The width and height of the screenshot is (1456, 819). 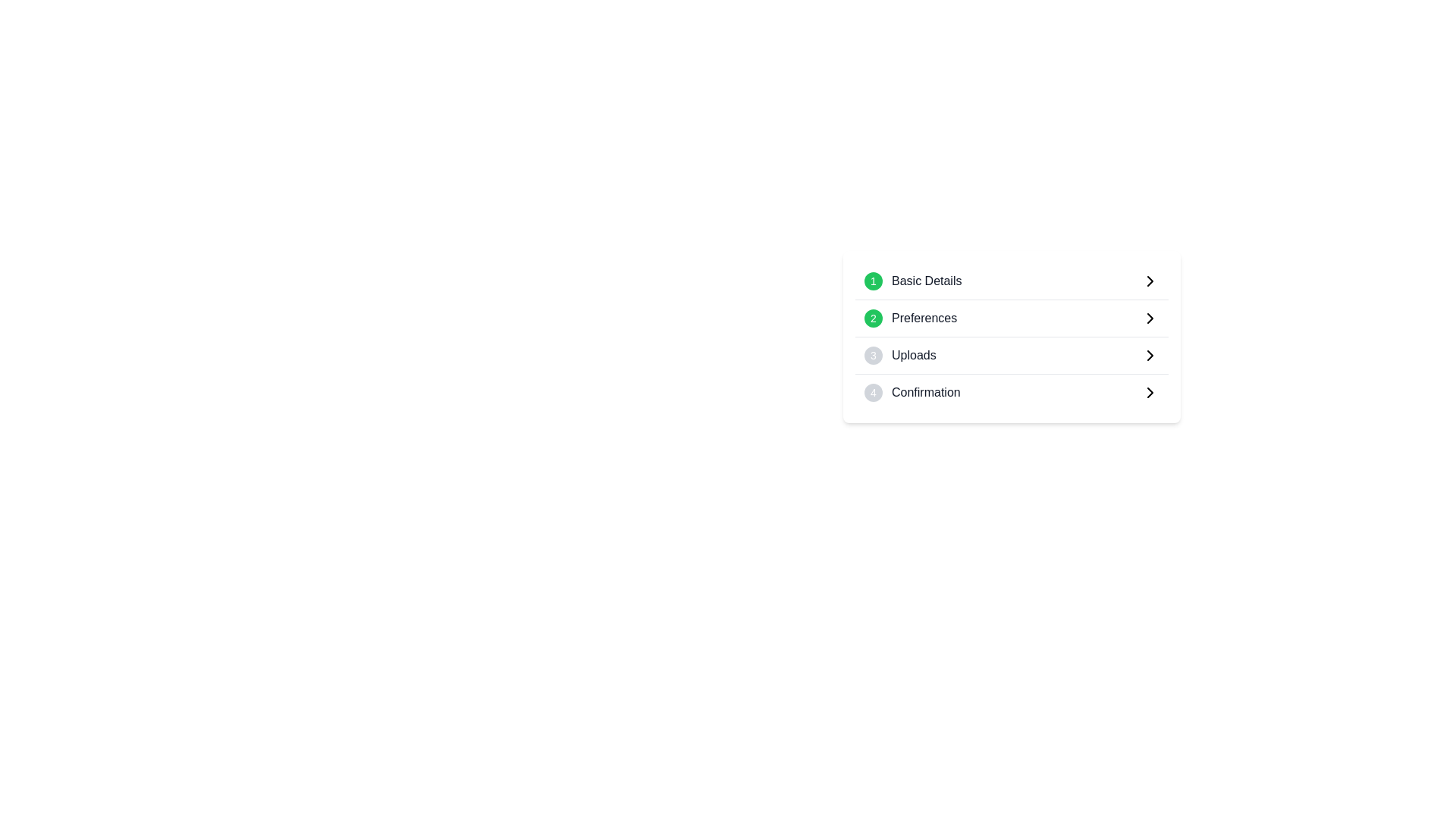 I want to click on on the 'Basic Details' section identifier, which features a green circular badge with the number '1' on the left and bold dark gray text on the right, so click(x=912, y=281).